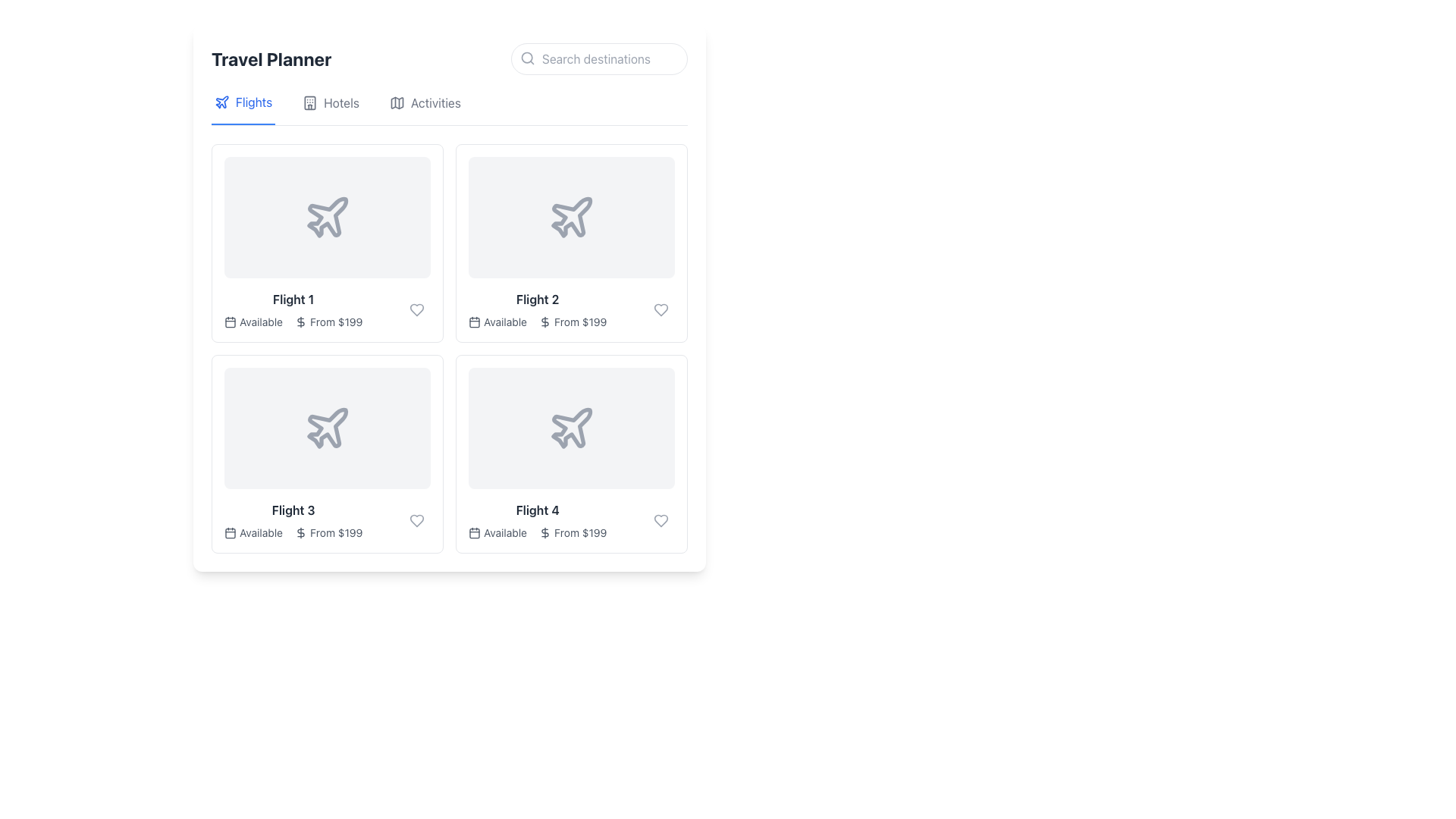 This screenshot has height=819, width=1456. I want to click on the heart-shaped icon located in the bottom right area of the second card in the 'Flight 2' section of the 'Flights' tab to mark the flight as favorite, so click(661, 309).